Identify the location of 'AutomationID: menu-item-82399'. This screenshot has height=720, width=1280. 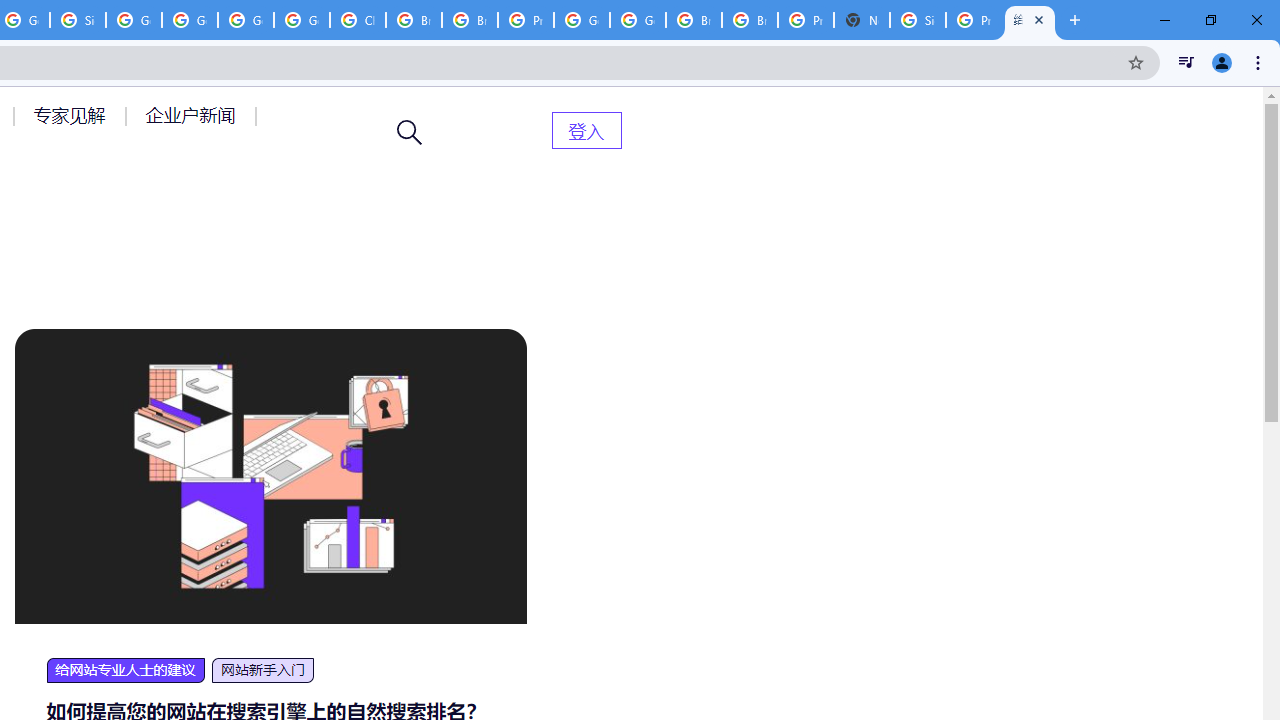
(585, 129).